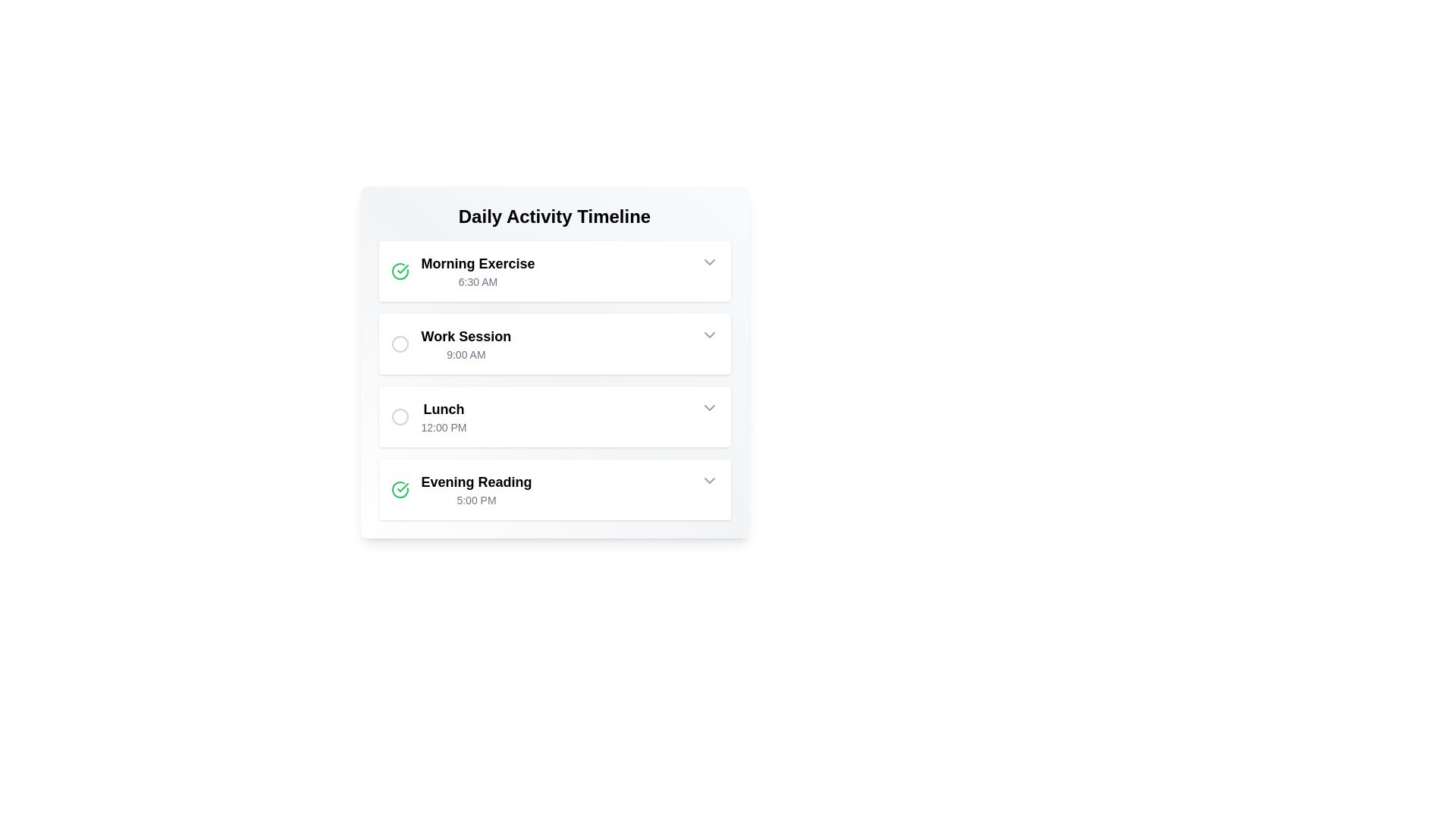 The height and width of the screenshot is (819, 1456). I want to click on the textual information block titled 'Evening Reading', which represents a scheduled activity at 5:00 PM in the user's activity timeline, located in the lower part of the 'Daily Activity Timeline', so click(475, 489).